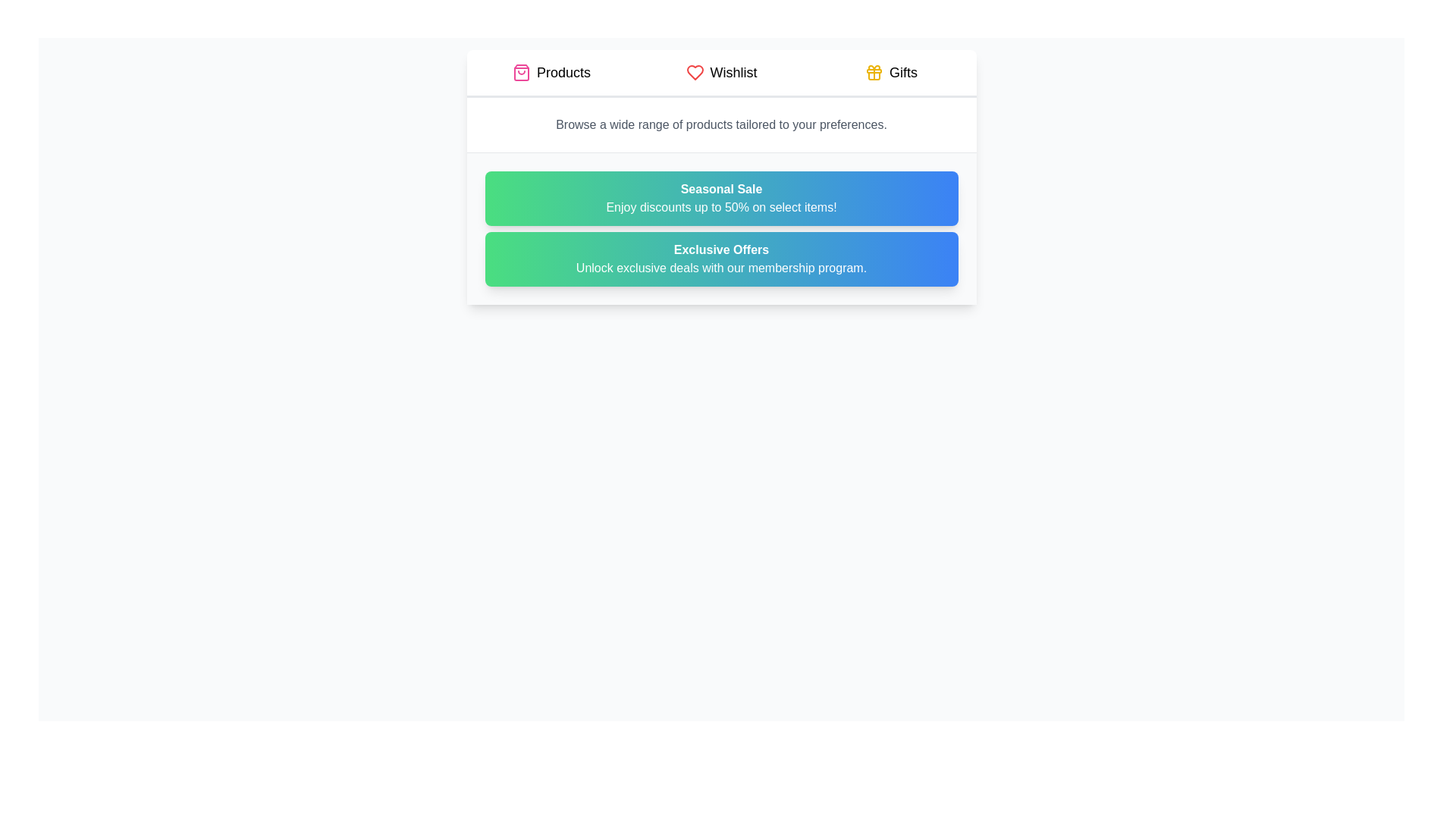 The image size is (1456, 819). What do you see at coordinates (720, 73) in the screenshot?
I see `the Wishlist tab` at bounding box center [720, 73].